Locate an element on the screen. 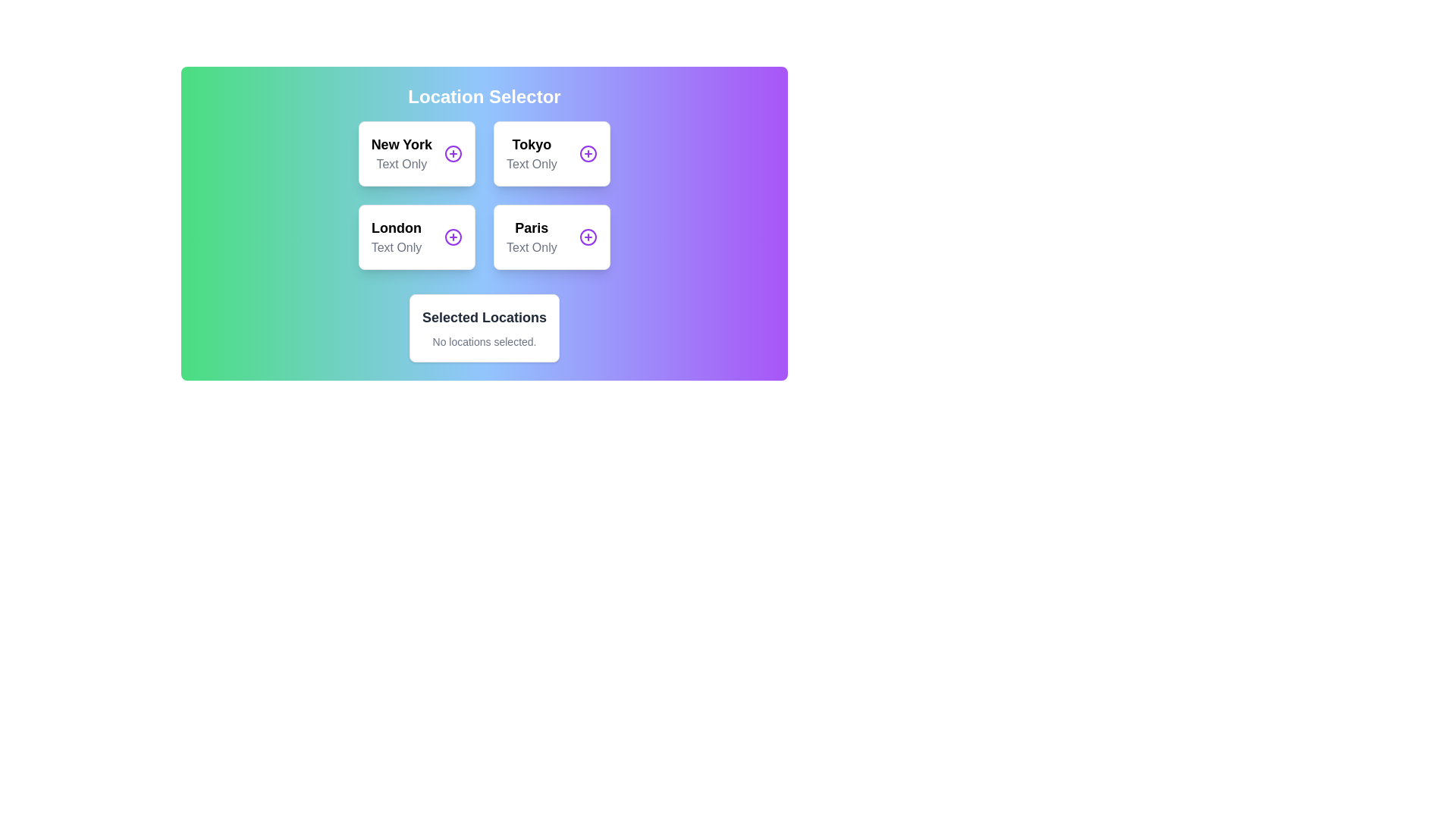 This screenshot has width=1456, height=819. the 'Tokyo' text label, which is styled with a white background and shadow effect is located at coordinates (532, 154).